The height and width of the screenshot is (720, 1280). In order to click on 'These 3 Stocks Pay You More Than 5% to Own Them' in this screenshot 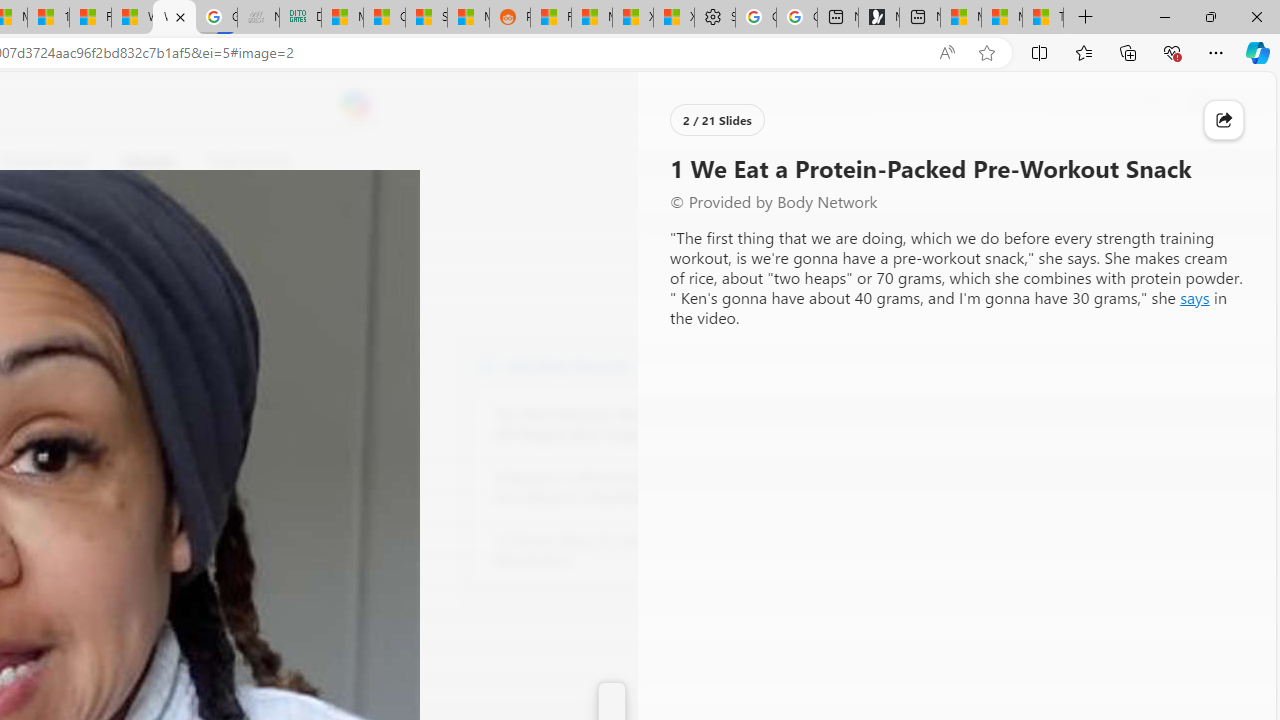, I will do `click(1042, 17)`.